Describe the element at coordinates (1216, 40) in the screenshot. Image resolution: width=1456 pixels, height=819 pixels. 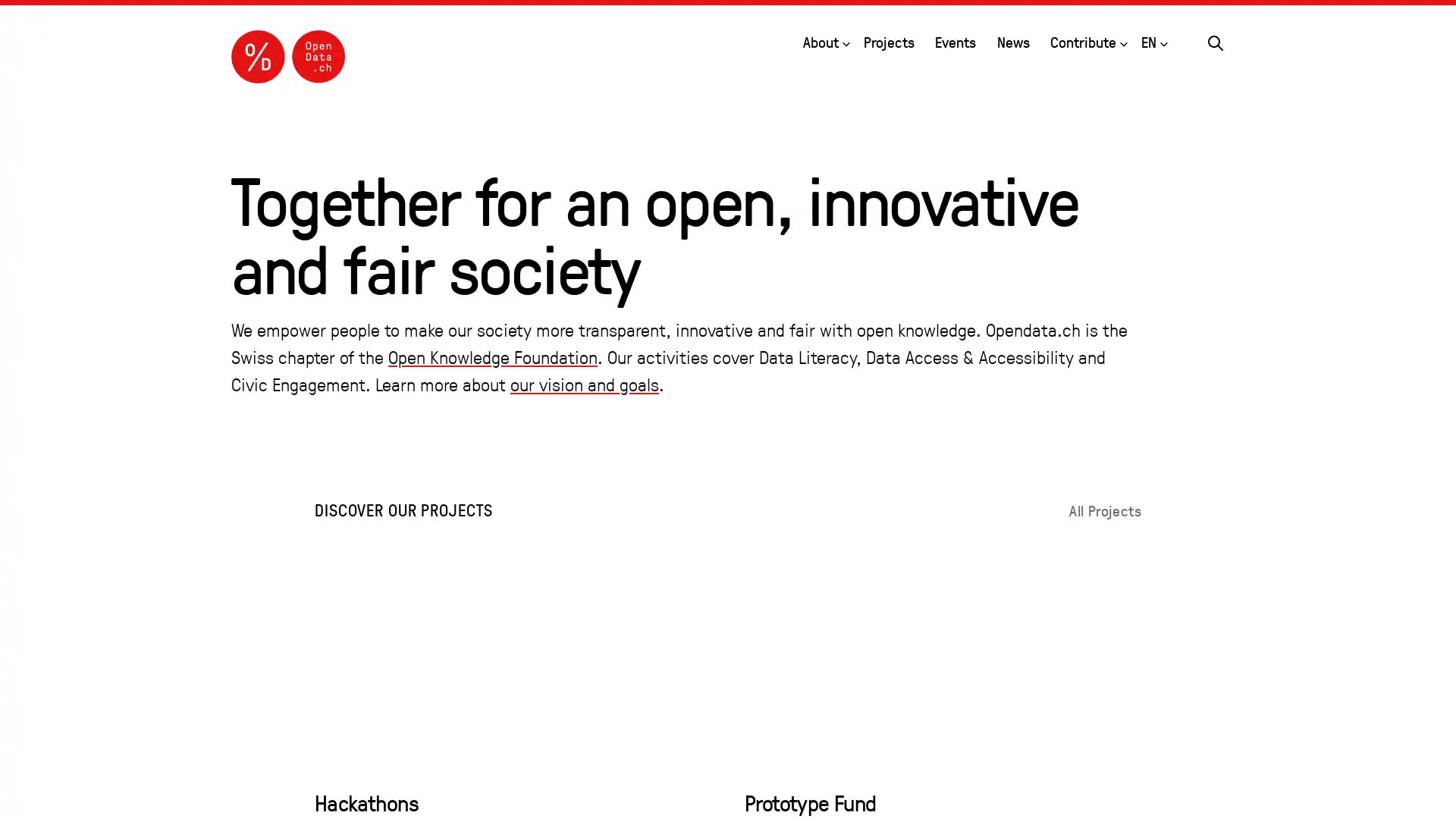
I see `Search` at that location.